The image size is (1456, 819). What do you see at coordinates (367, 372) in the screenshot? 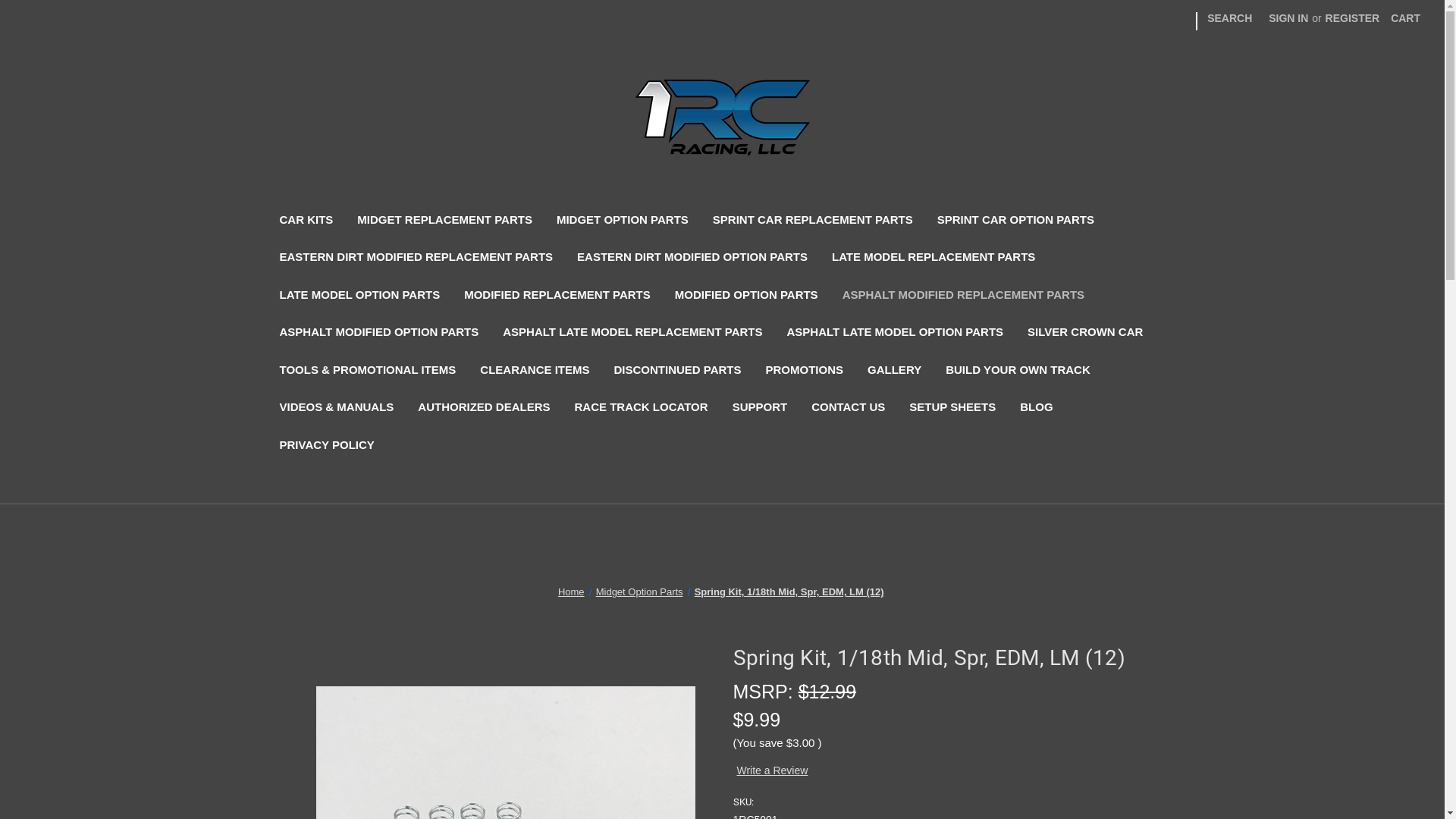
I see `'TOOLS & PROMOTIONAL ITEMS'` at bounding box center [367, 372].